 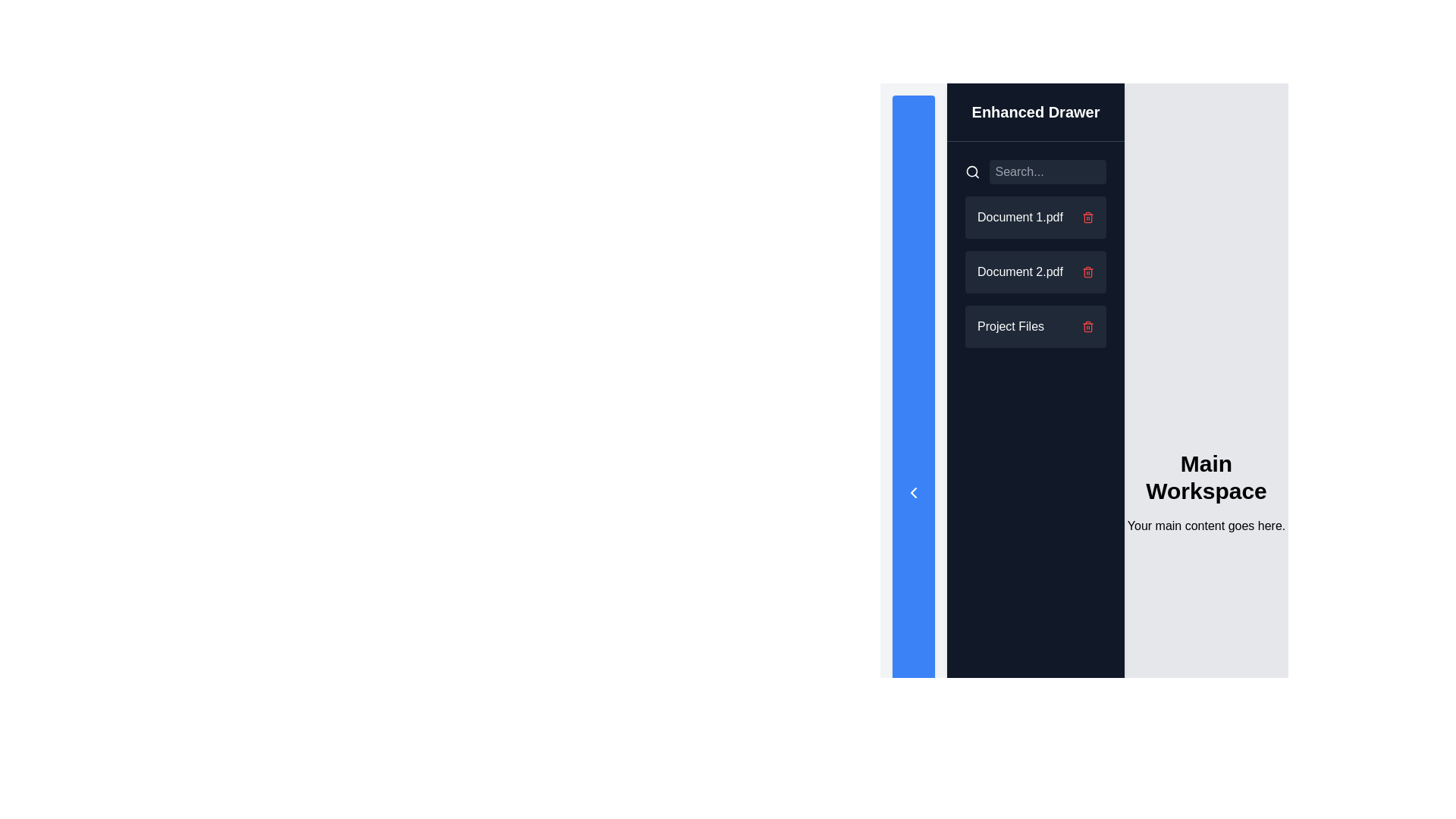 What do you see at coordinates (1011, 326) in the screenshot?
I see `the 'Project Files' label, which is the third item in the Enhanced Drawer on the left side of the interface, displayed in white text on a dark blue background` at bounding box center [1011, 326].